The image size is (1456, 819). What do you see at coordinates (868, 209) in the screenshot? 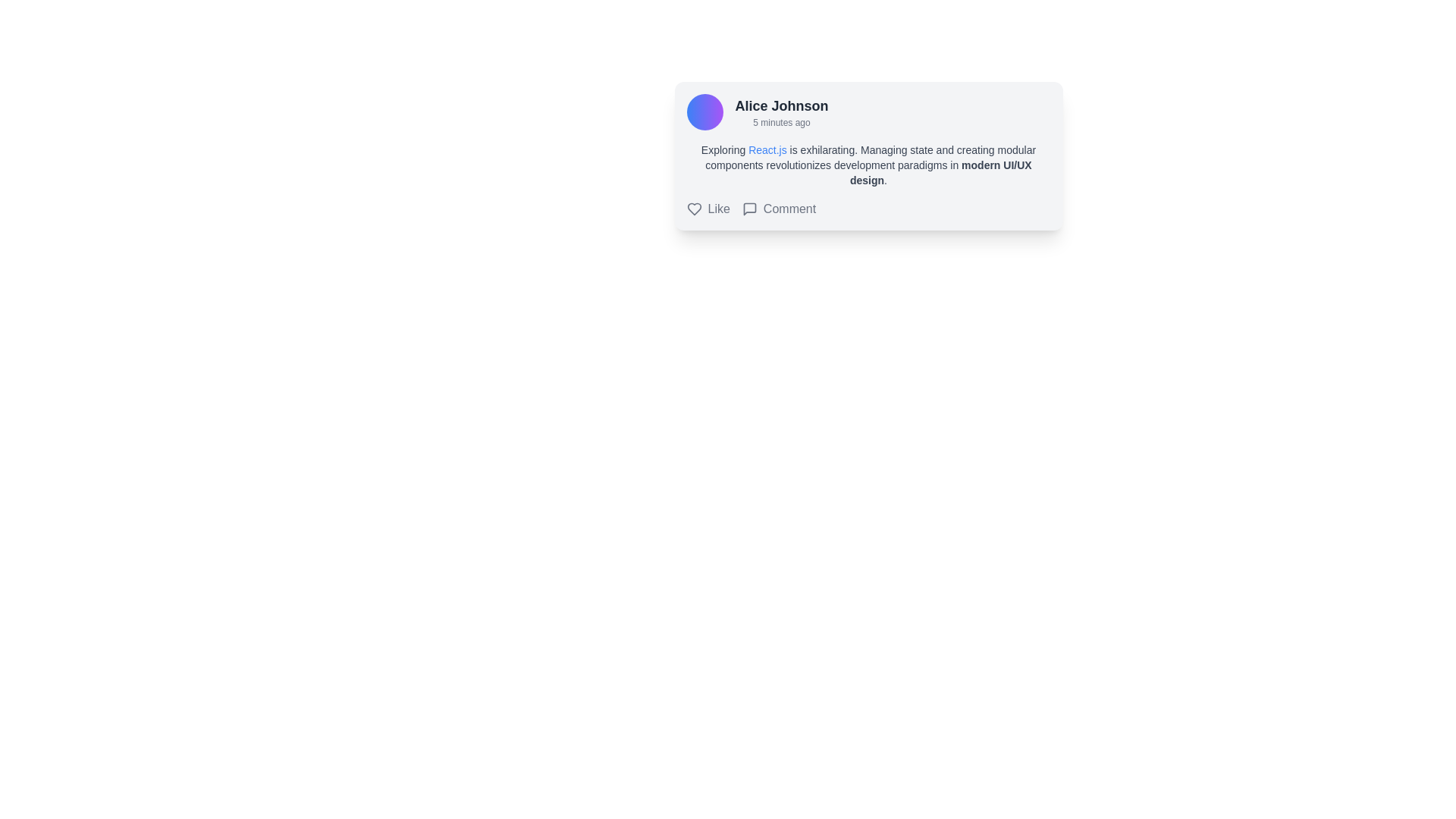
I see `the interactive group containing actionable items at the bottom of the user post card to trigger a visual effect on the icons` at bounding box center [868, 209].